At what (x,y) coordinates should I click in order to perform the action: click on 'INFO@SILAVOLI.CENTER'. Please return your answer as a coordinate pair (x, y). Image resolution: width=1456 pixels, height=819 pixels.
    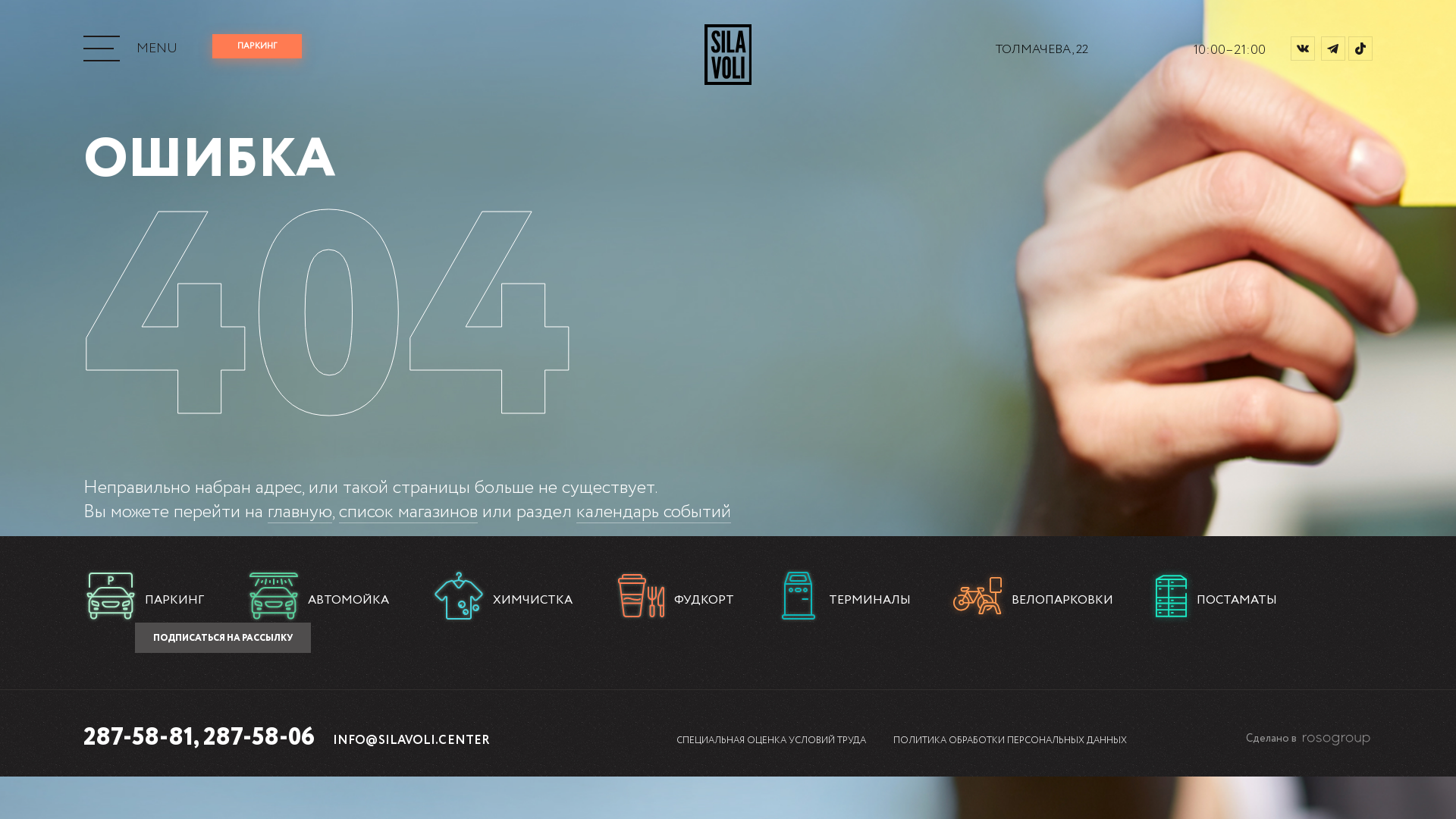
    Looking at the image, I should click on (411, 739).